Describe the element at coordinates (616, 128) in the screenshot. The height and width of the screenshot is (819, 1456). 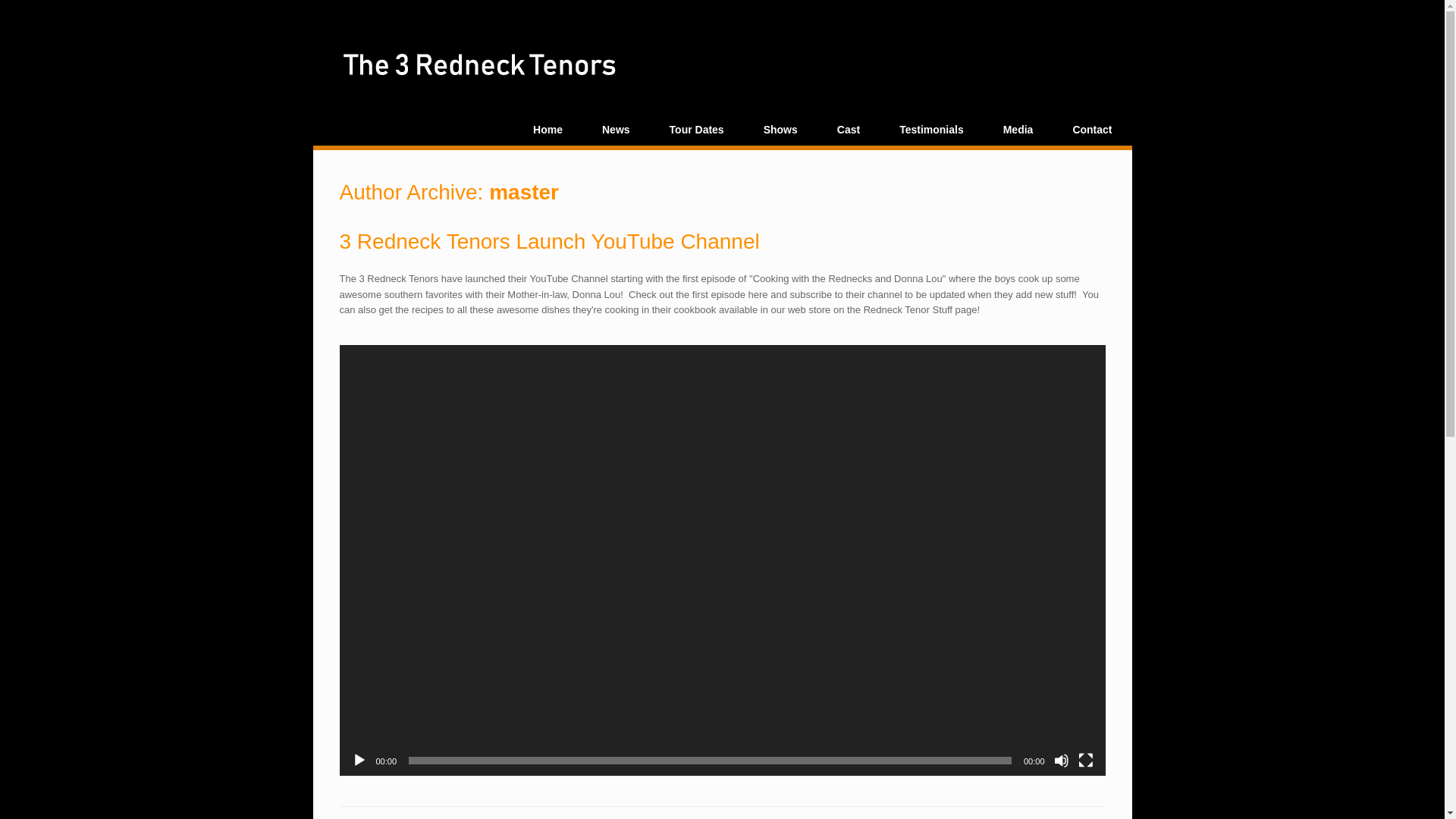
I see `'News'` at that location.